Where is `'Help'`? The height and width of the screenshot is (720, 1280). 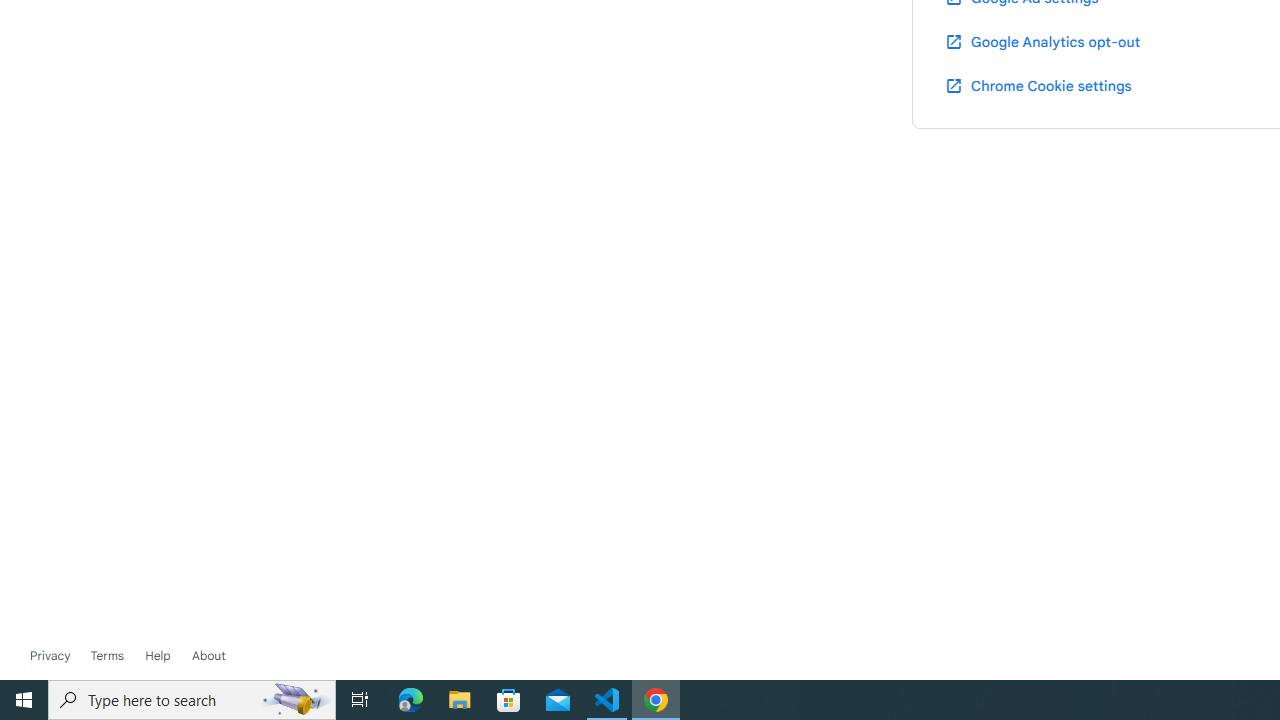 'Help' is located at coordinates (157, 655).